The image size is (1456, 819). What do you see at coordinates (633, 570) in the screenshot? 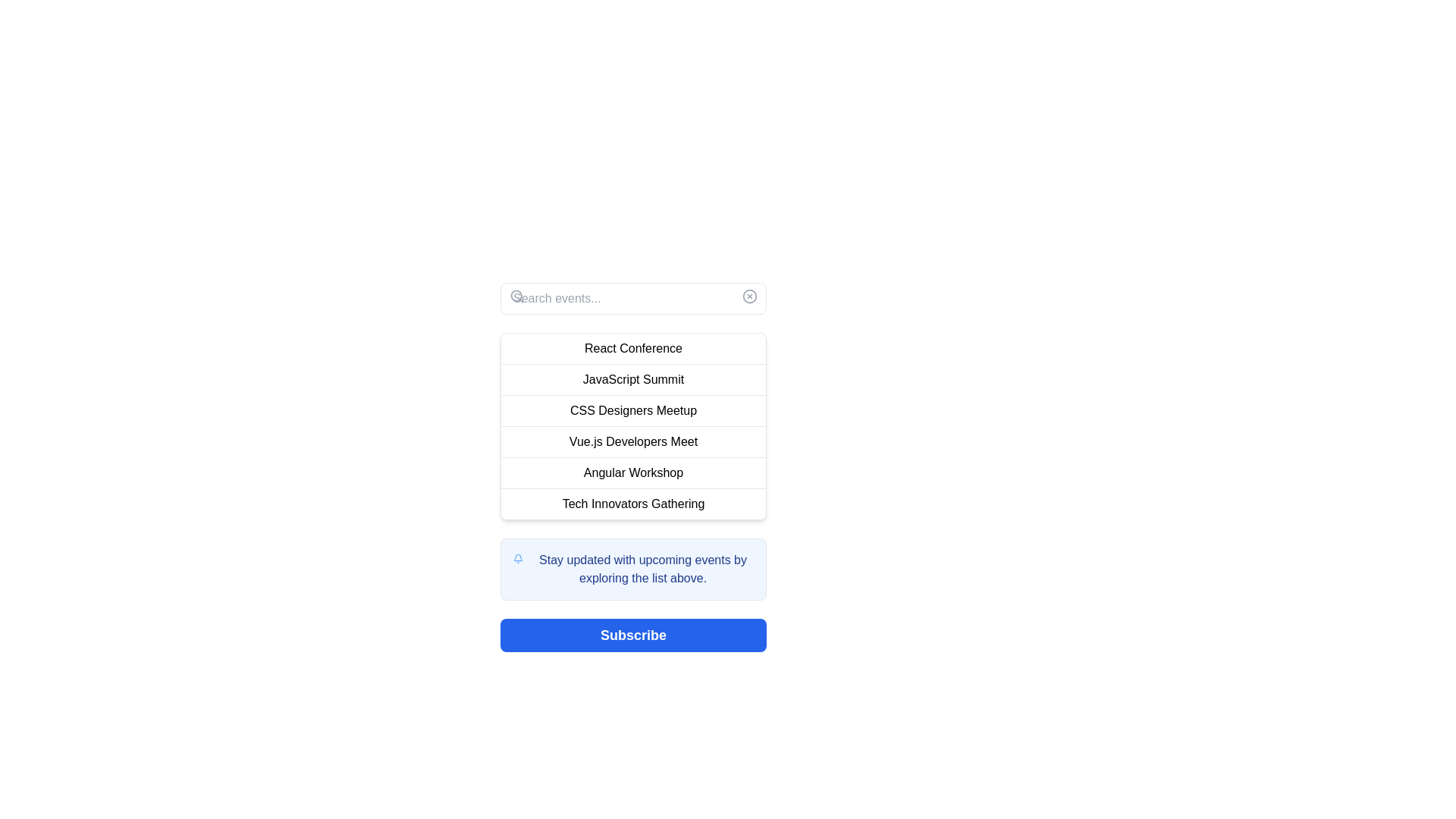
I see `the informational box that prompts users` at bounding box center [633, 570].